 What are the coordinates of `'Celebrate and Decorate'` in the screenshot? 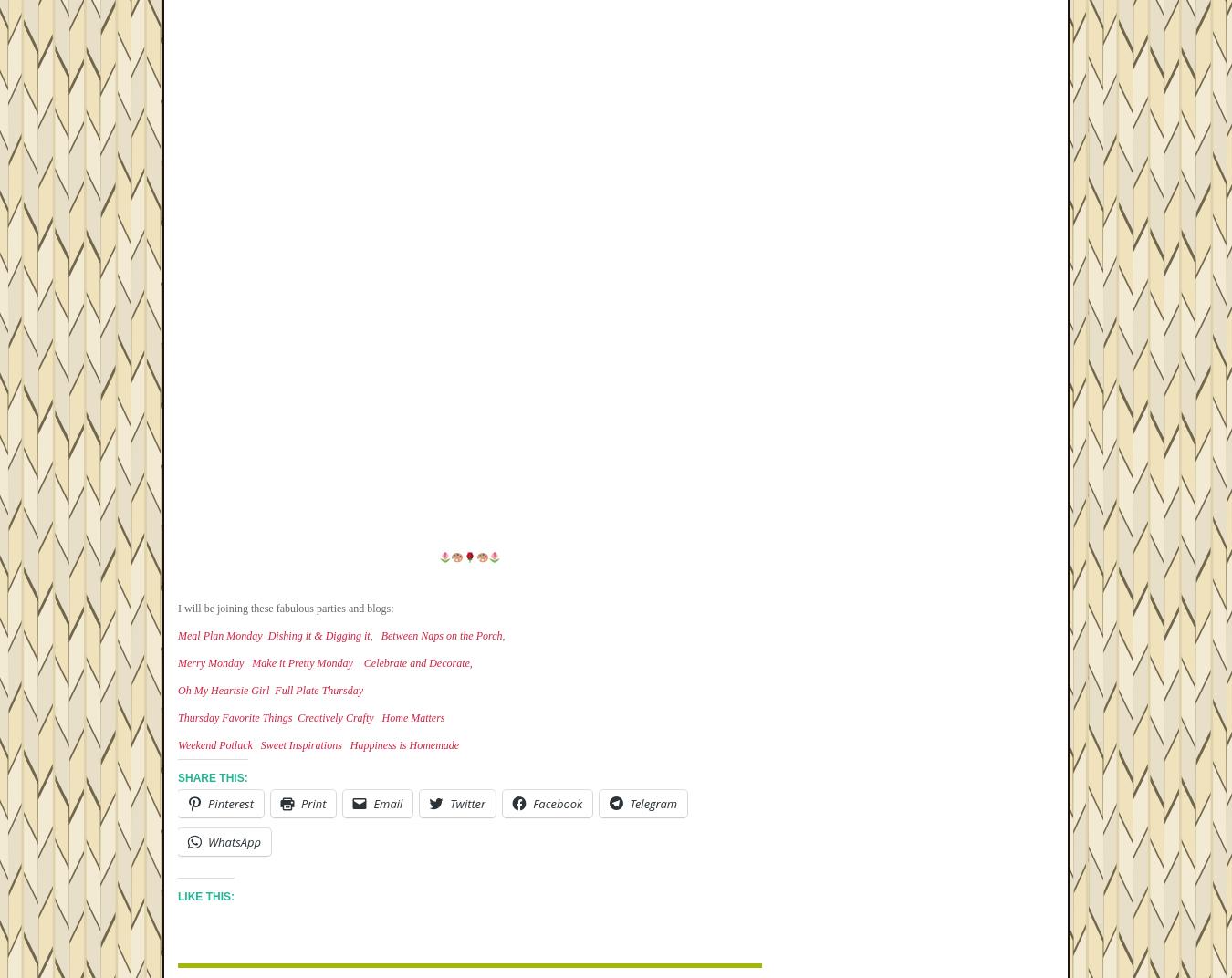 It's located at (415, 662).